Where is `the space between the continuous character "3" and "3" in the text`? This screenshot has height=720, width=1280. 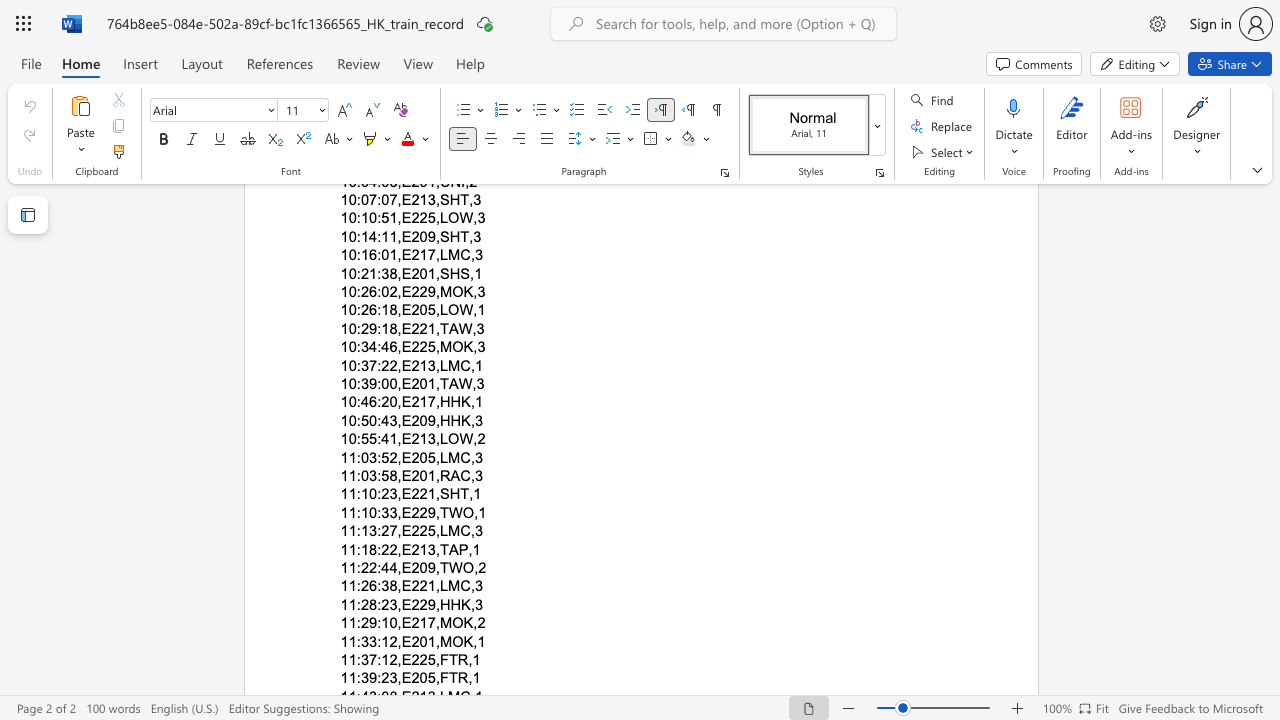 the space between the continuous character "3" and "3" in the text is located at coordinates (369, 641).